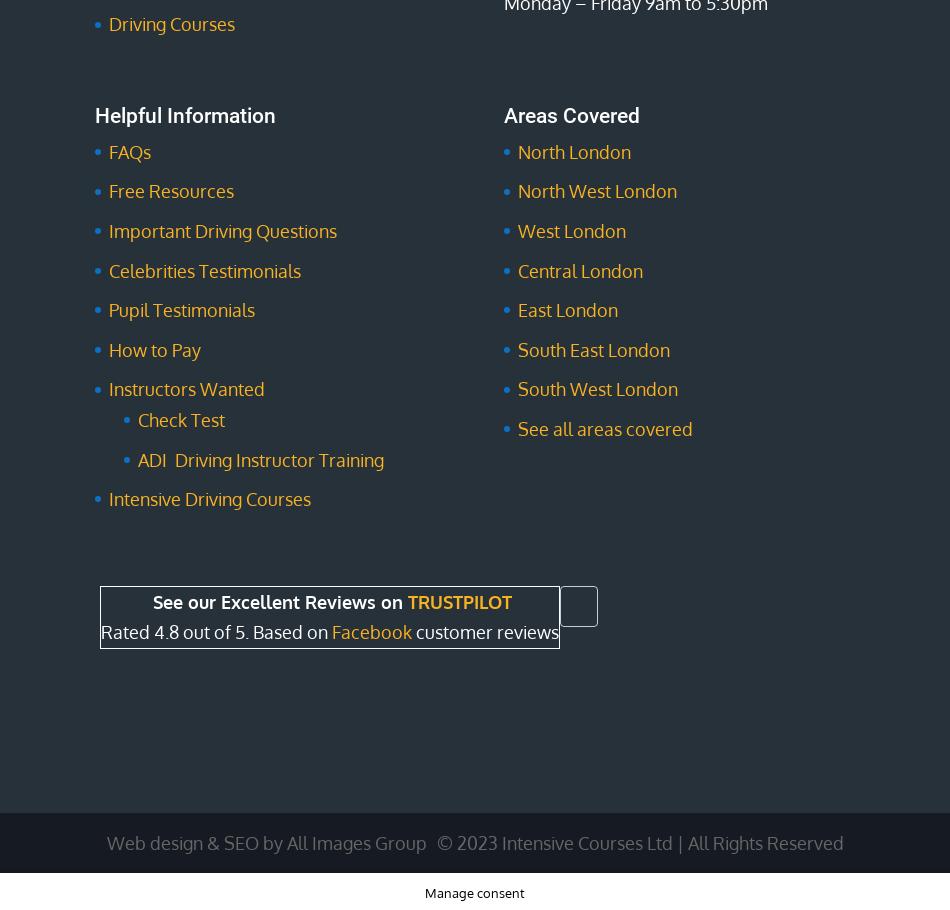  I want to click on 'Driving Courses', so click(108, 23).